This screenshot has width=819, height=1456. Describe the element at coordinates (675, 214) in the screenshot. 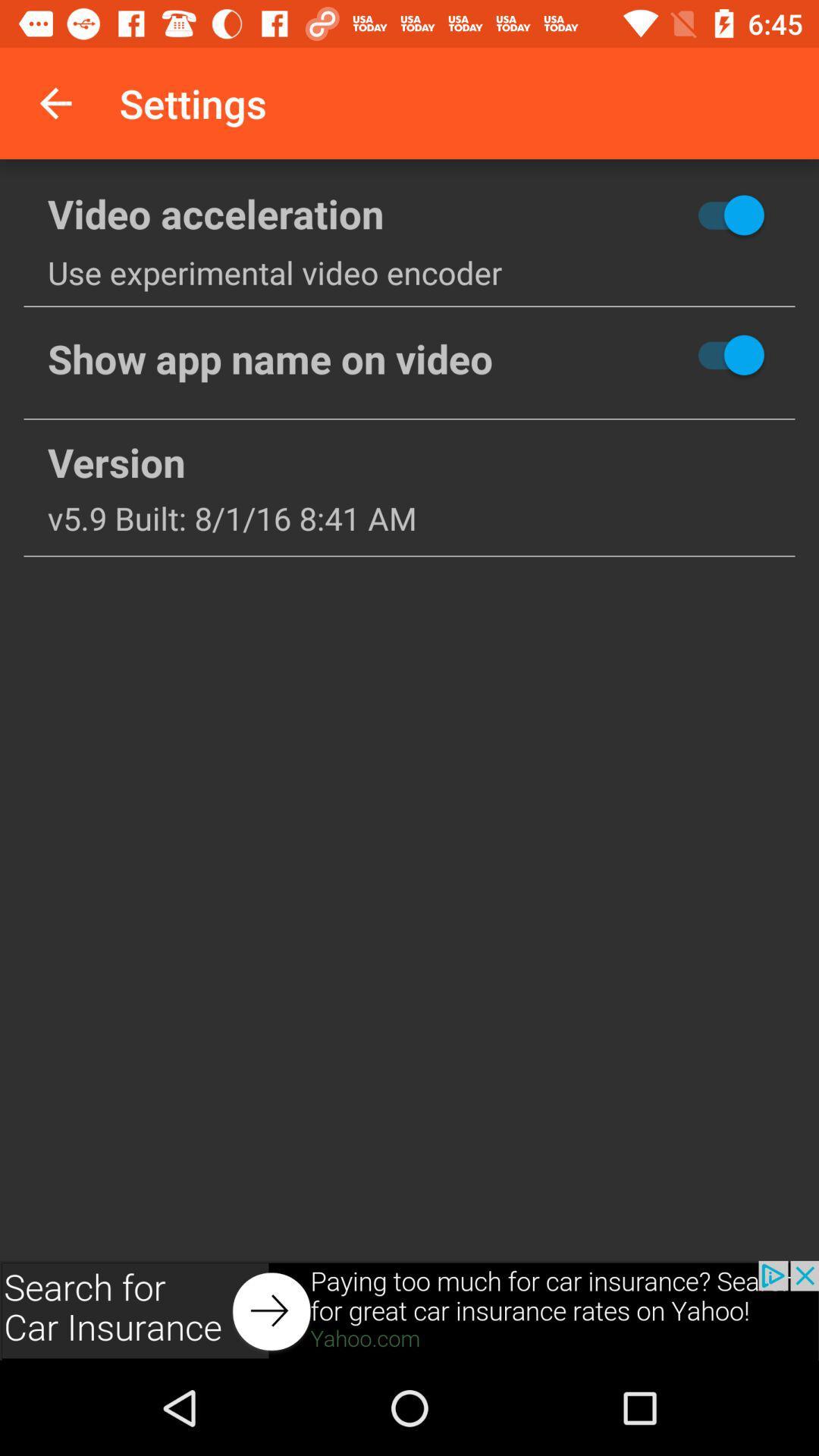

I see `hide button` at that location.